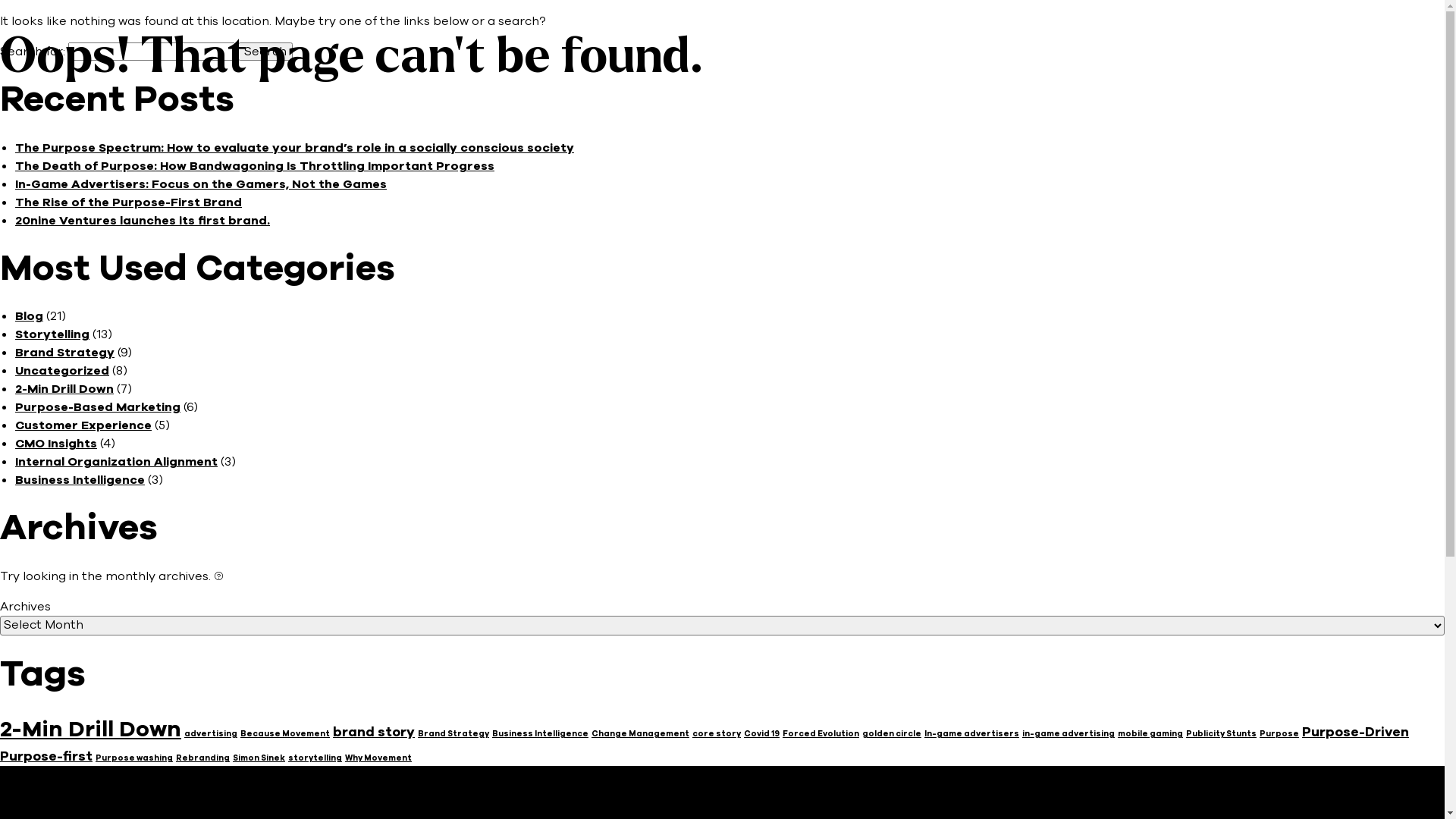  Describe the element at coordinates (52, 333) in the screenshot. I see `'Storytelling'` at that location.